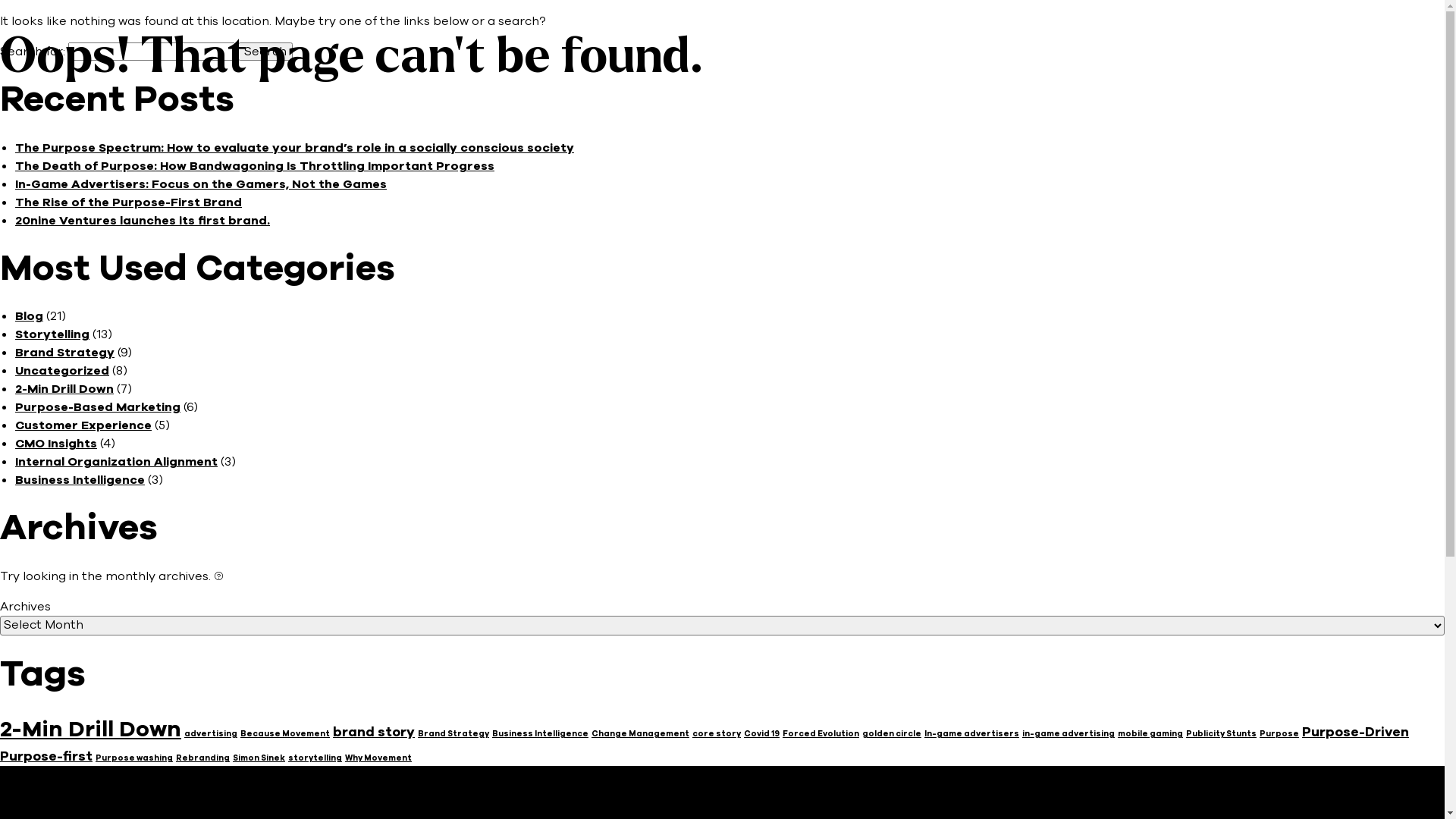  Describe the element at coordinates (52, 333) in the screenshot. I see `'Storytelling'` at that location.